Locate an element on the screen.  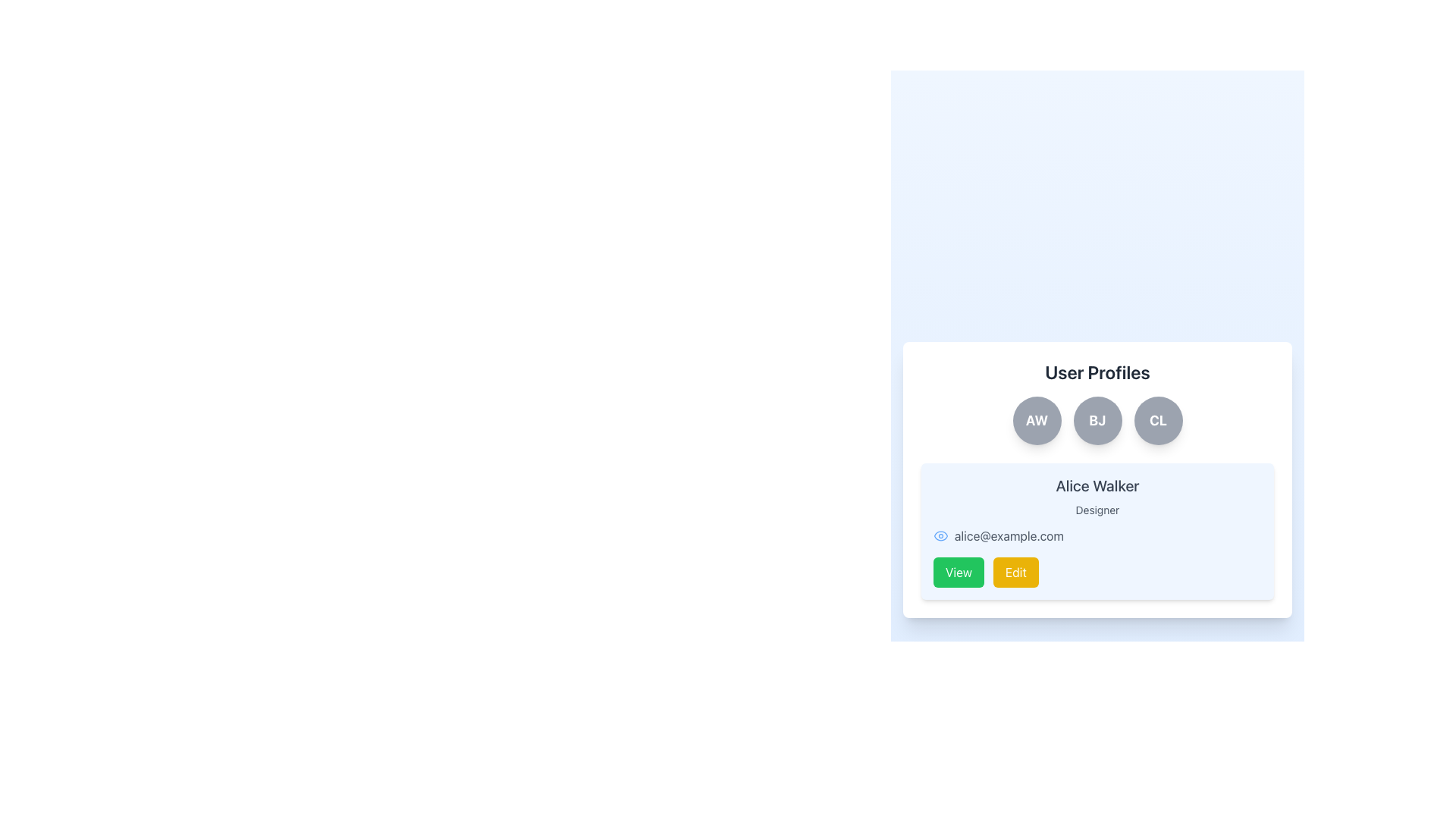
the 'Edit' button with a yellow background is located at coordinates (1015, 573).